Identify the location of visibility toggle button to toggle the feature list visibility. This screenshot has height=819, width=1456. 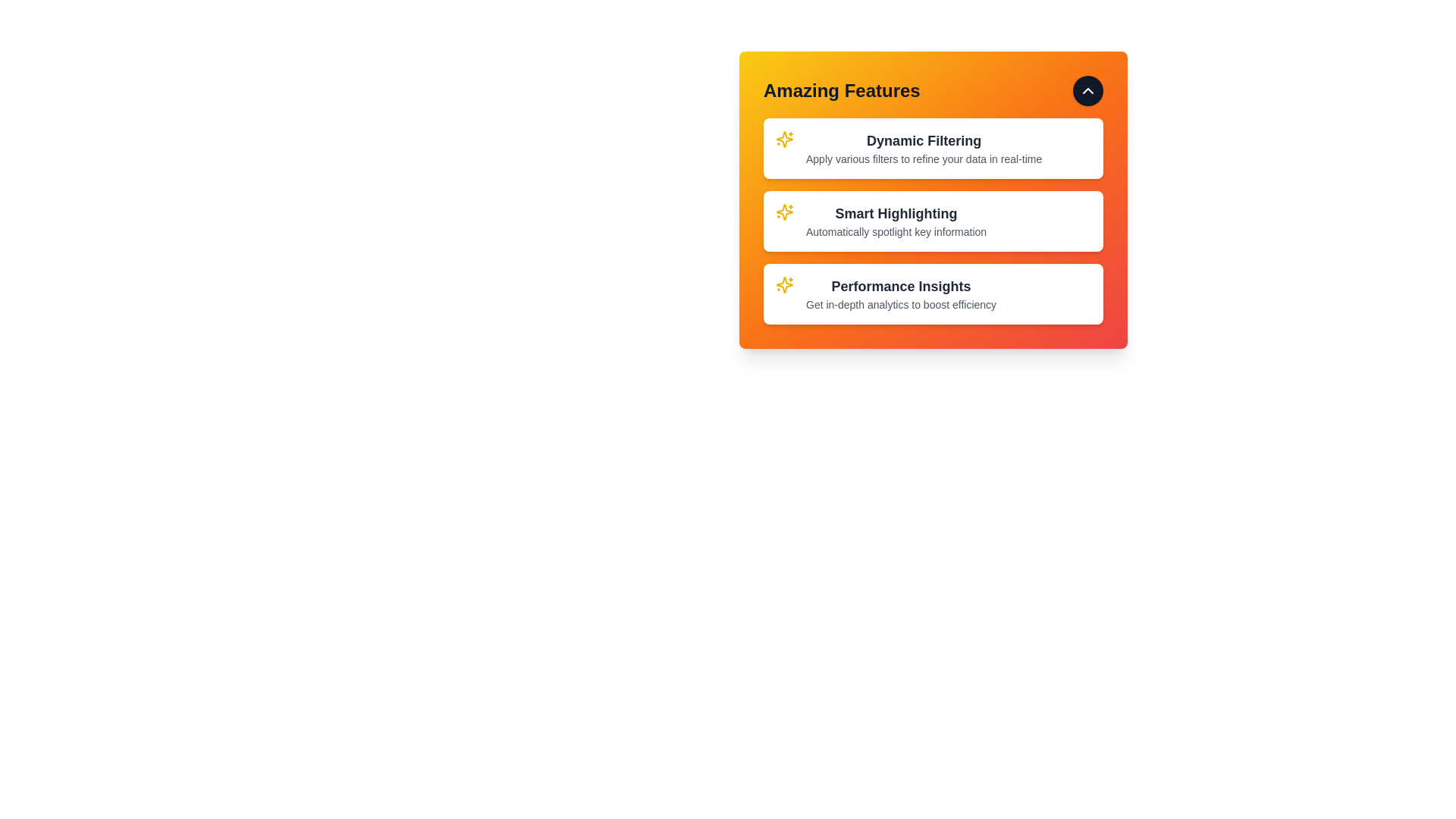
(1087, 90).